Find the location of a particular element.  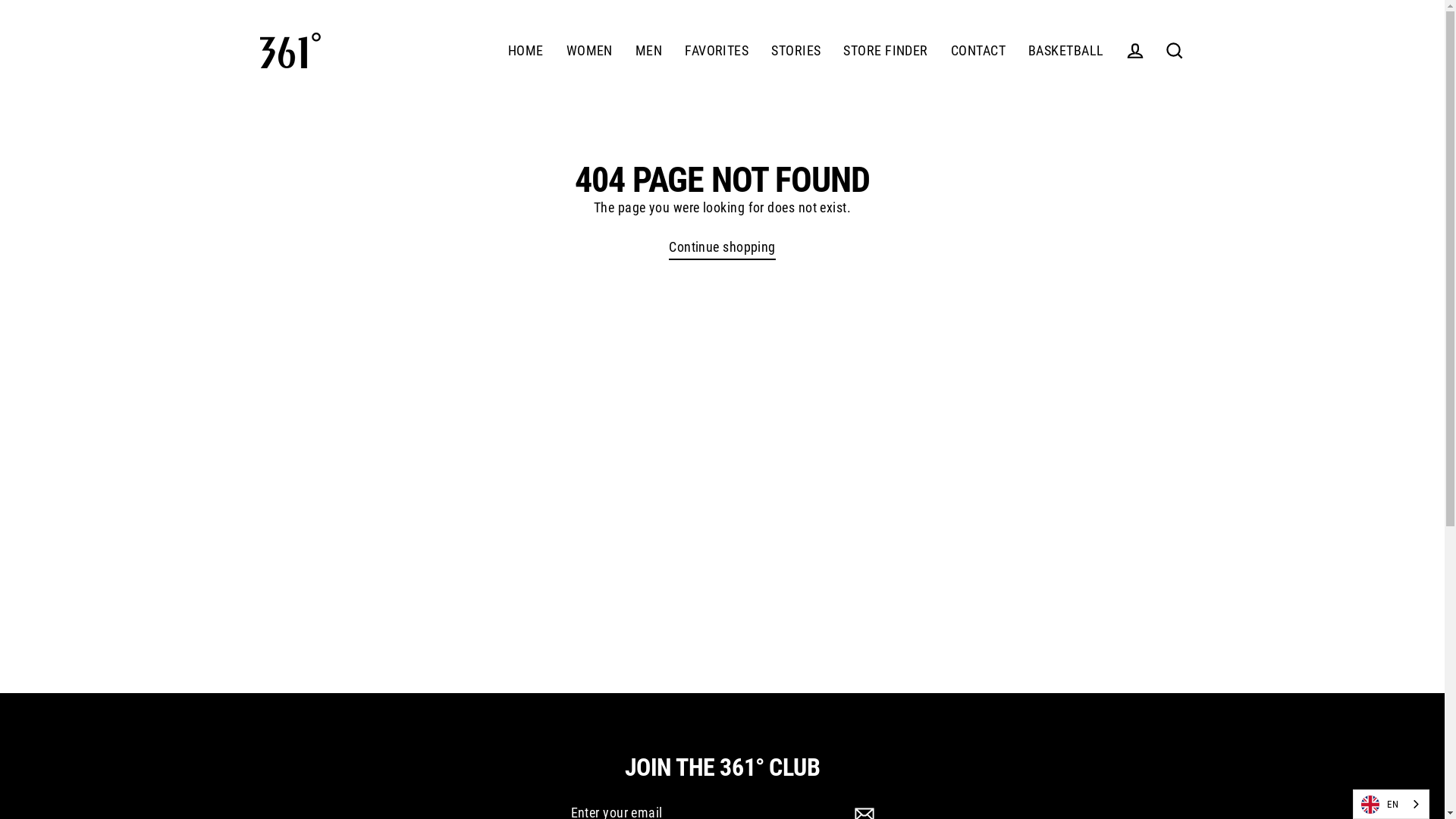

'HOME' is located at coordinates (526, 49).